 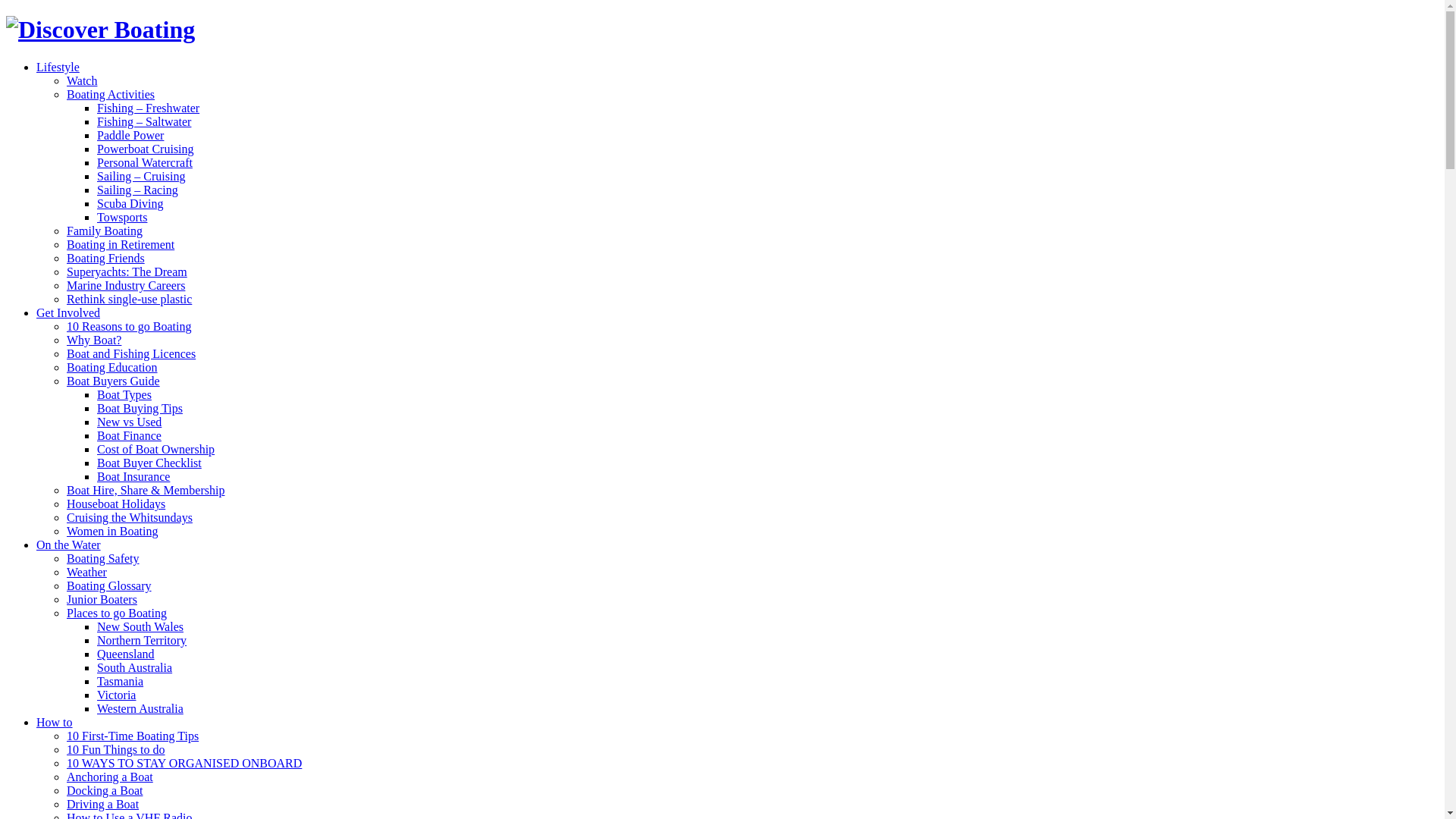 I want to click on 'Boat Types', so click(x=124, y=394).